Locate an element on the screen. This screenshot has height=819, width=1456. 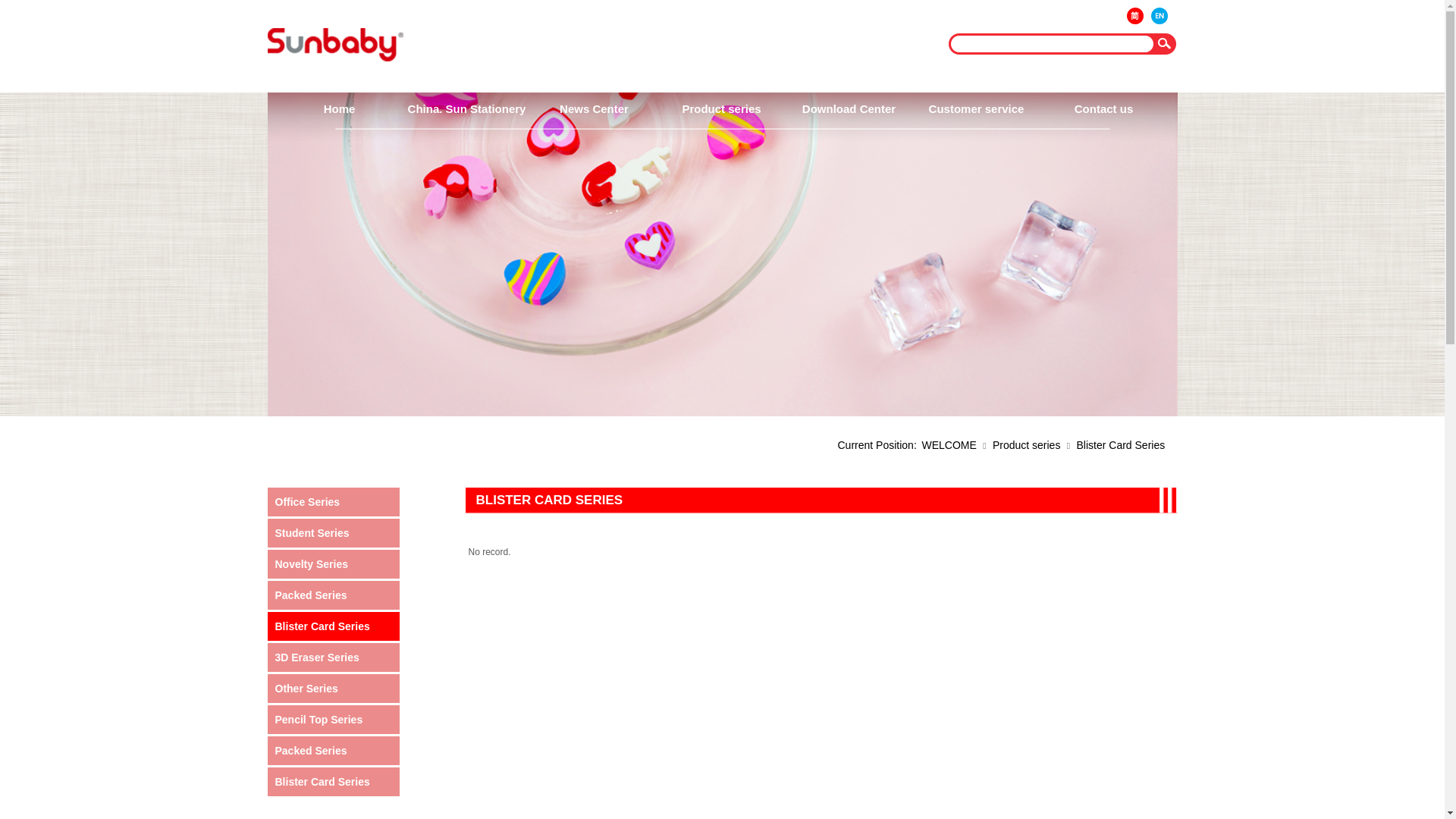
'Packed Series' is located at coordinates (274, 751).